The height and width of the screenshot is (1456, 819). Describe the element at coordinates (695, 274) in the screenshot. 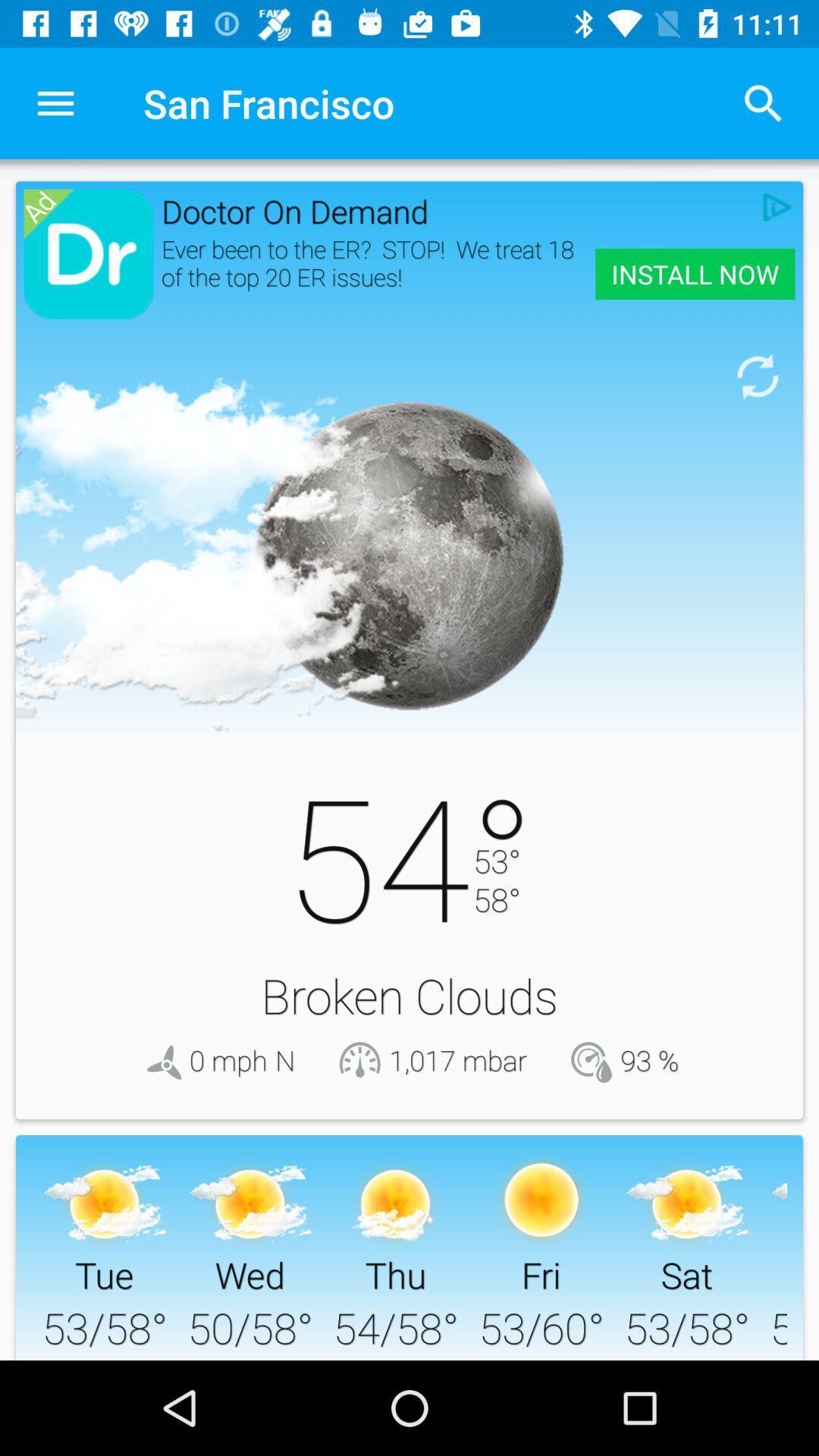

I see `the item next to ever been to icon` at that location.